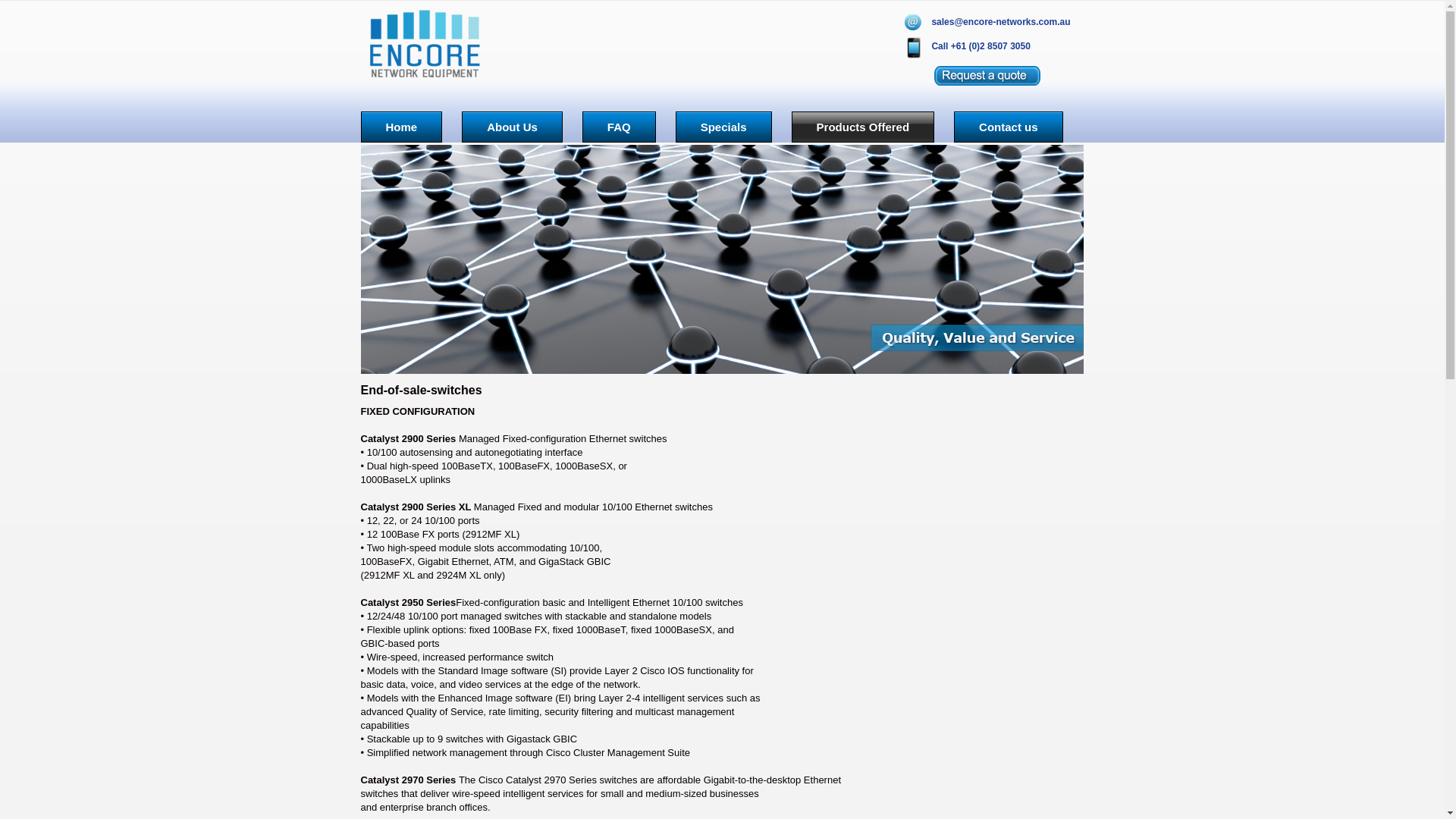 The width and height of the screenshot is (1456, 819). Describe the element at coordinates (619, 126) in the screenshot. I see `'FAQ'` at that location.